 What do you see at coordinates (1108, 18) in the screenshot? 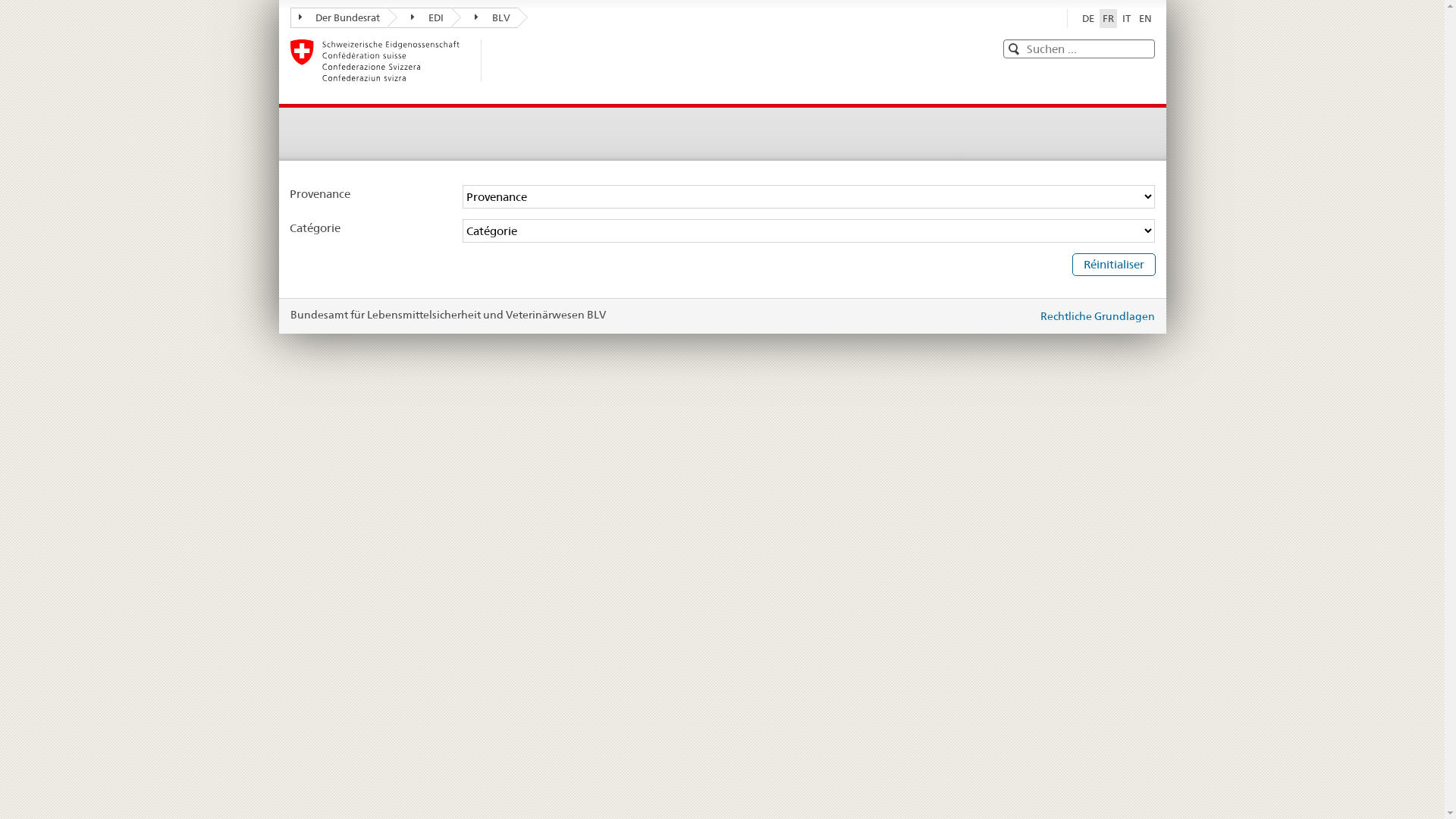
I see `'FR'` at bounding box center [1108, 18].